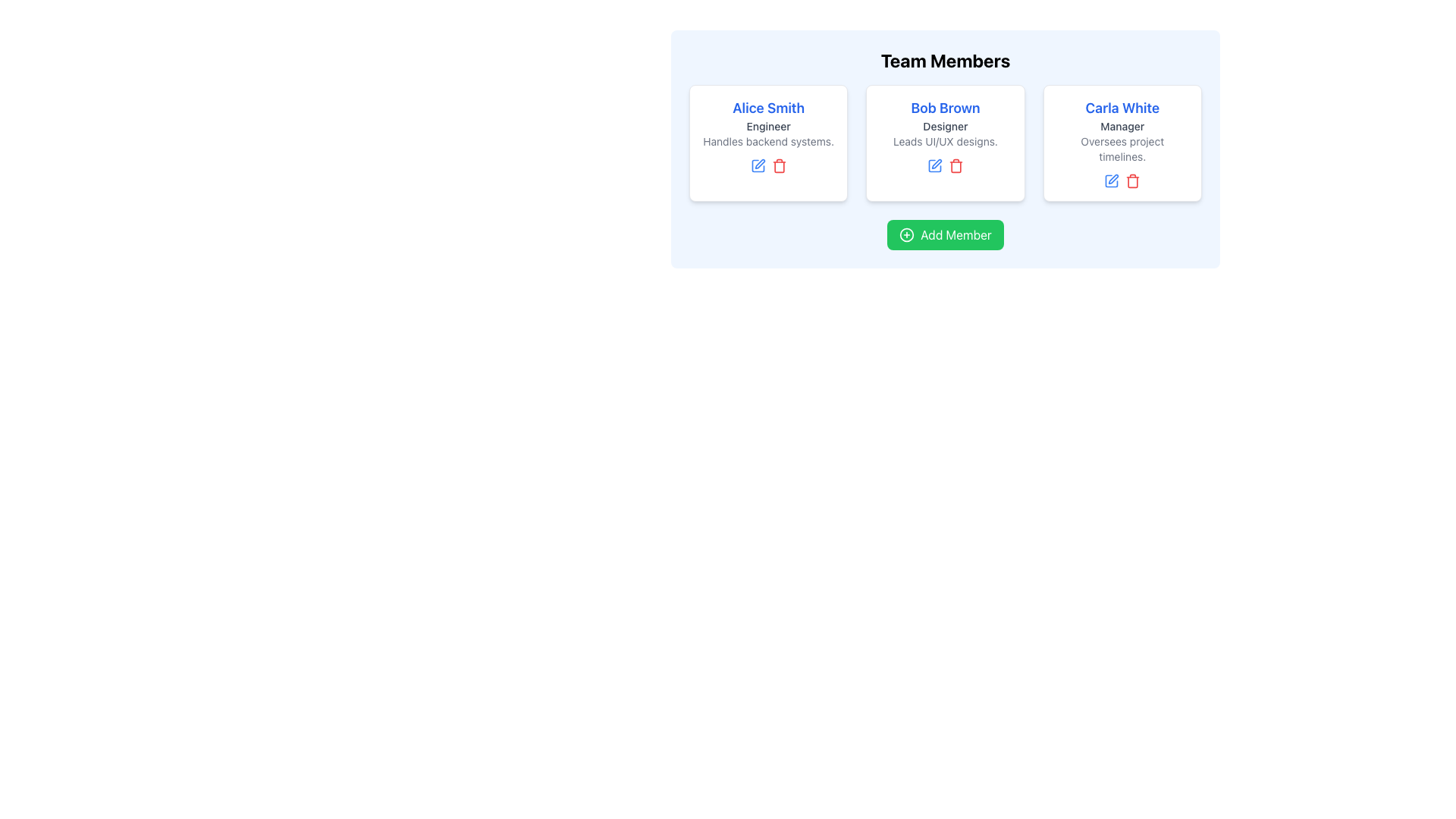  Describe the element at coordinates (1122, 180) in the screenshot. I see `the interactive action icons group below the text describing Carla White's role and job description` at that location.